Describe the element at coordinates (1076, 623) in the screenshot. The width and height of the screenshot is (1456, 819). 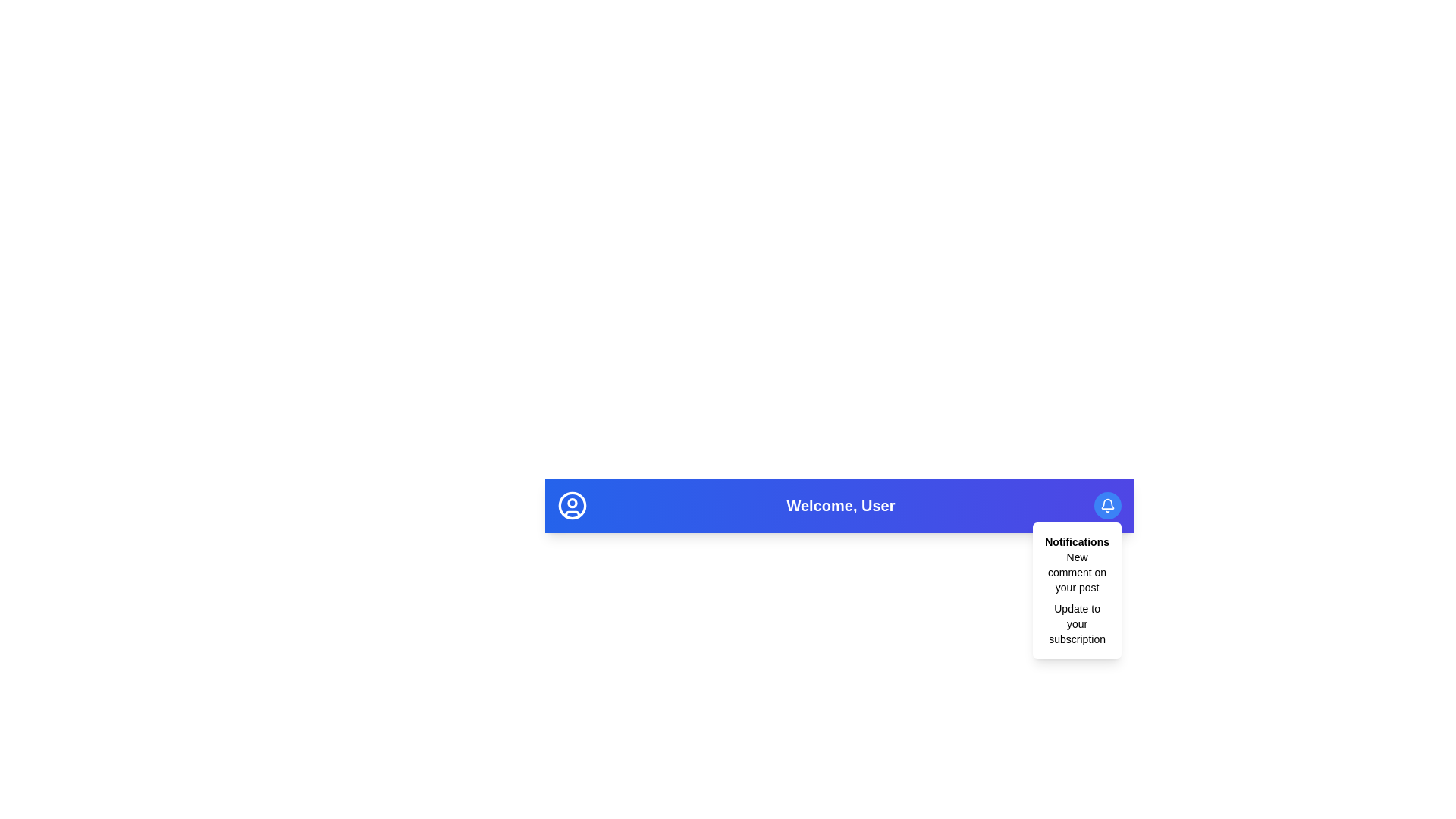
I see `the second text label under the 'Notifications' dropdown, which informs the user about subscription updates` at that location.